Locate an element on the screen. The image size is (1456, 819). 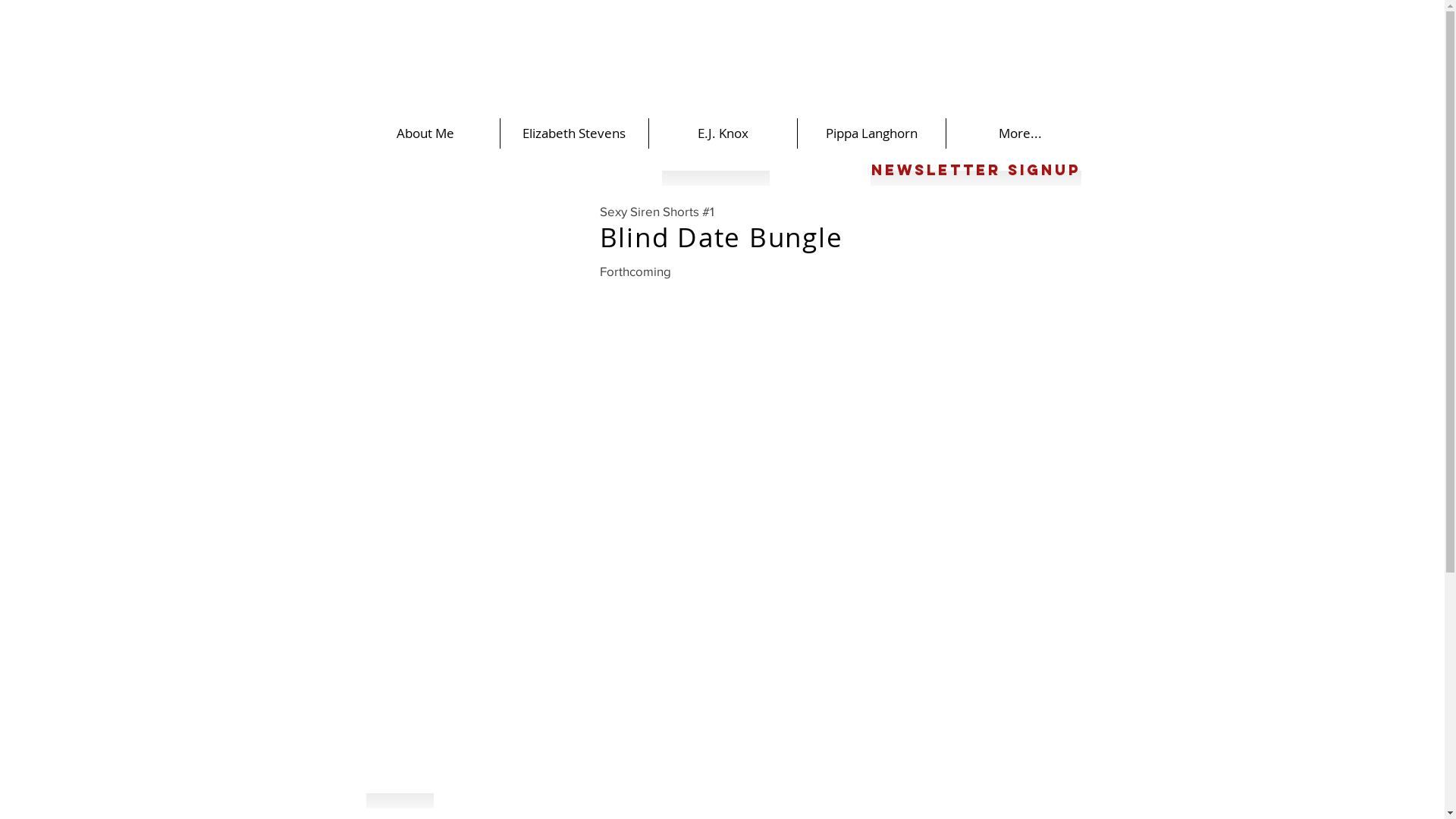
'Pippa Langhorn' is located at coordinates (870, 133).